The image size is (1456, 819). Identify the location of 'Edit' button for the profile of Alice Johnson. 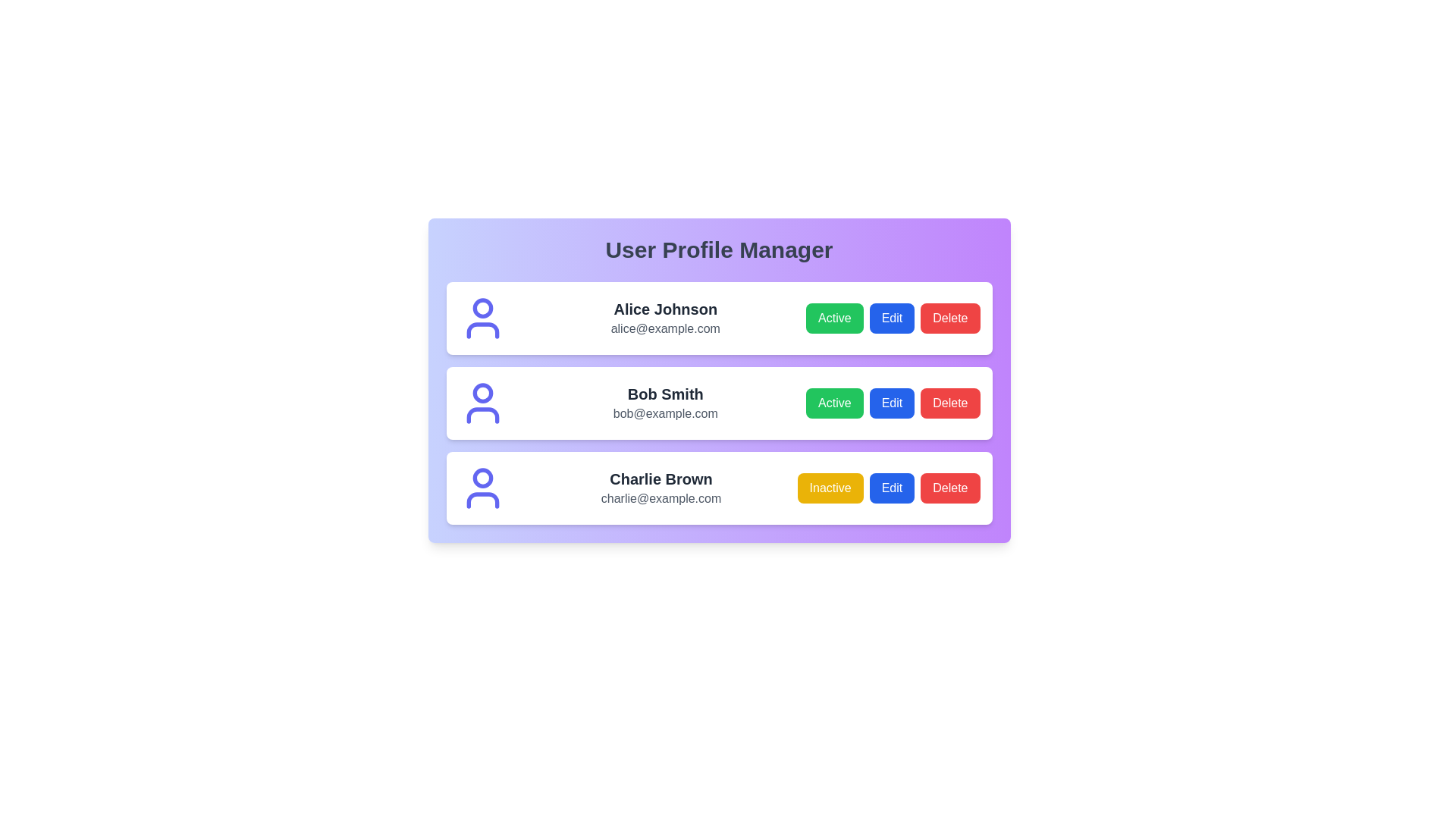
(892, 318).